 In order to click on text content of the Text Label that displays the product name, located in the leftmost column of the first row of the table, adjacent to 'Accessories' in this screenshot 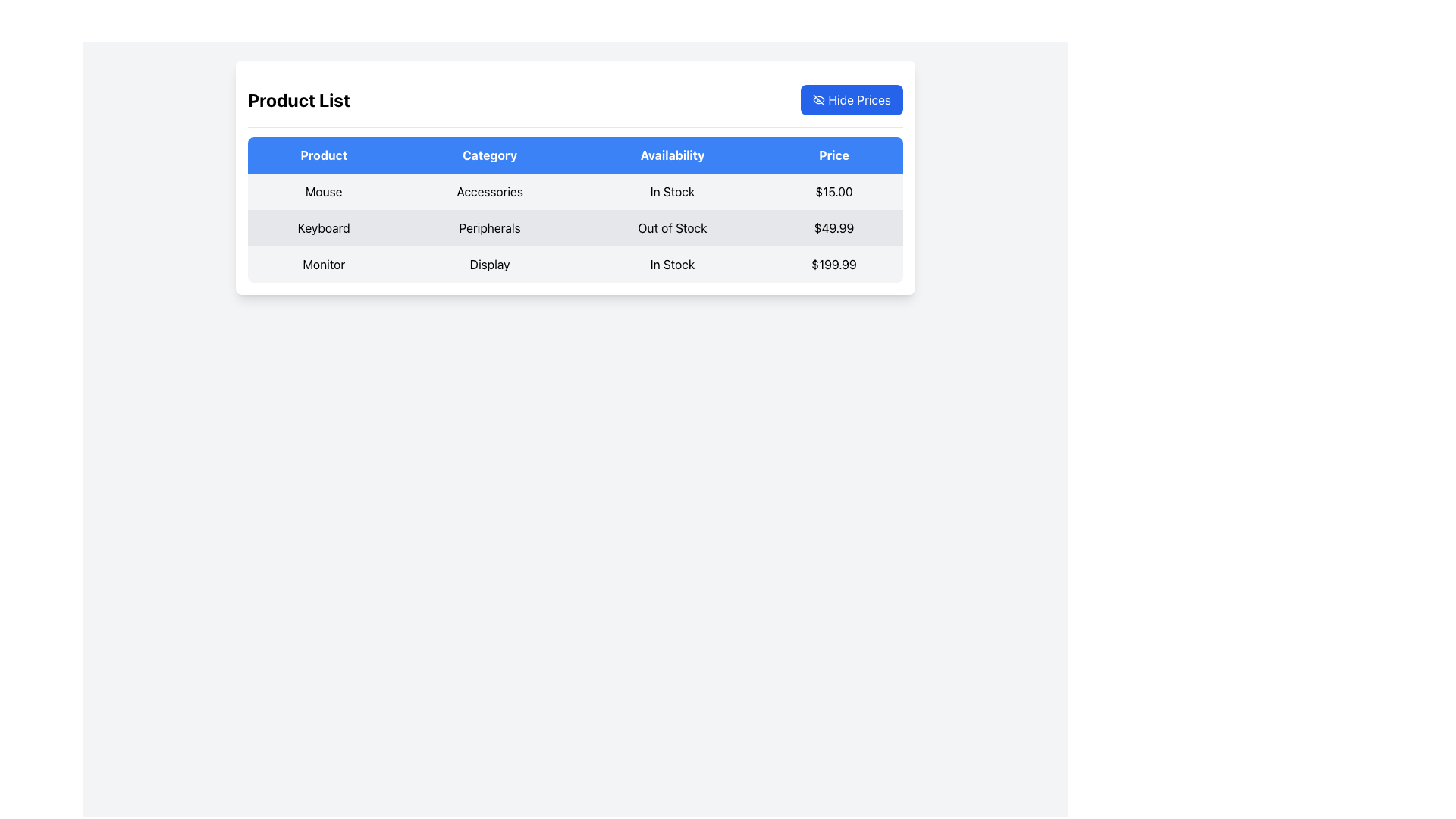, I will do `click(323, 191)`.